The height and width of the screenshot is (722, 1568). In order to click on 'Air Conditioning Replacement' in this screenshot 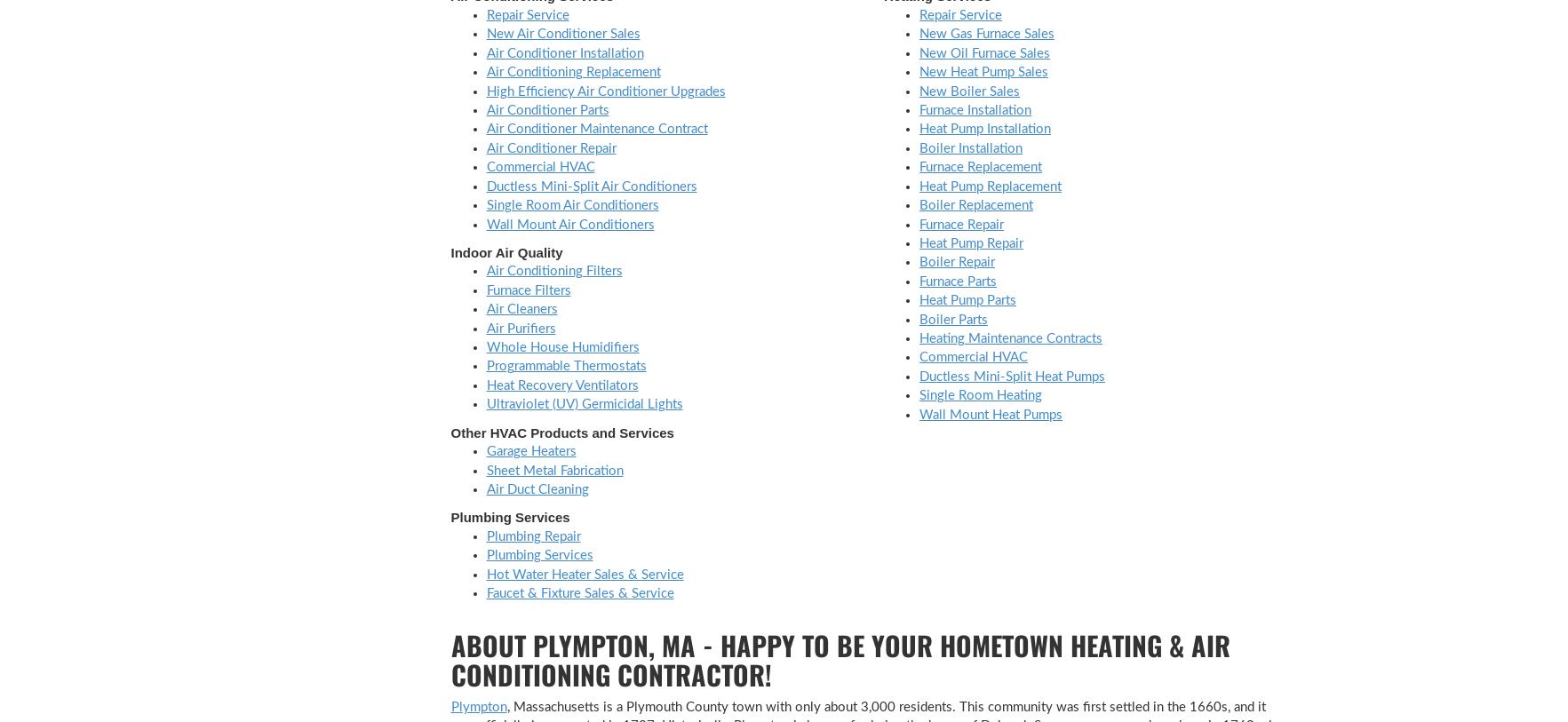, I will do `click(571, 71)`.